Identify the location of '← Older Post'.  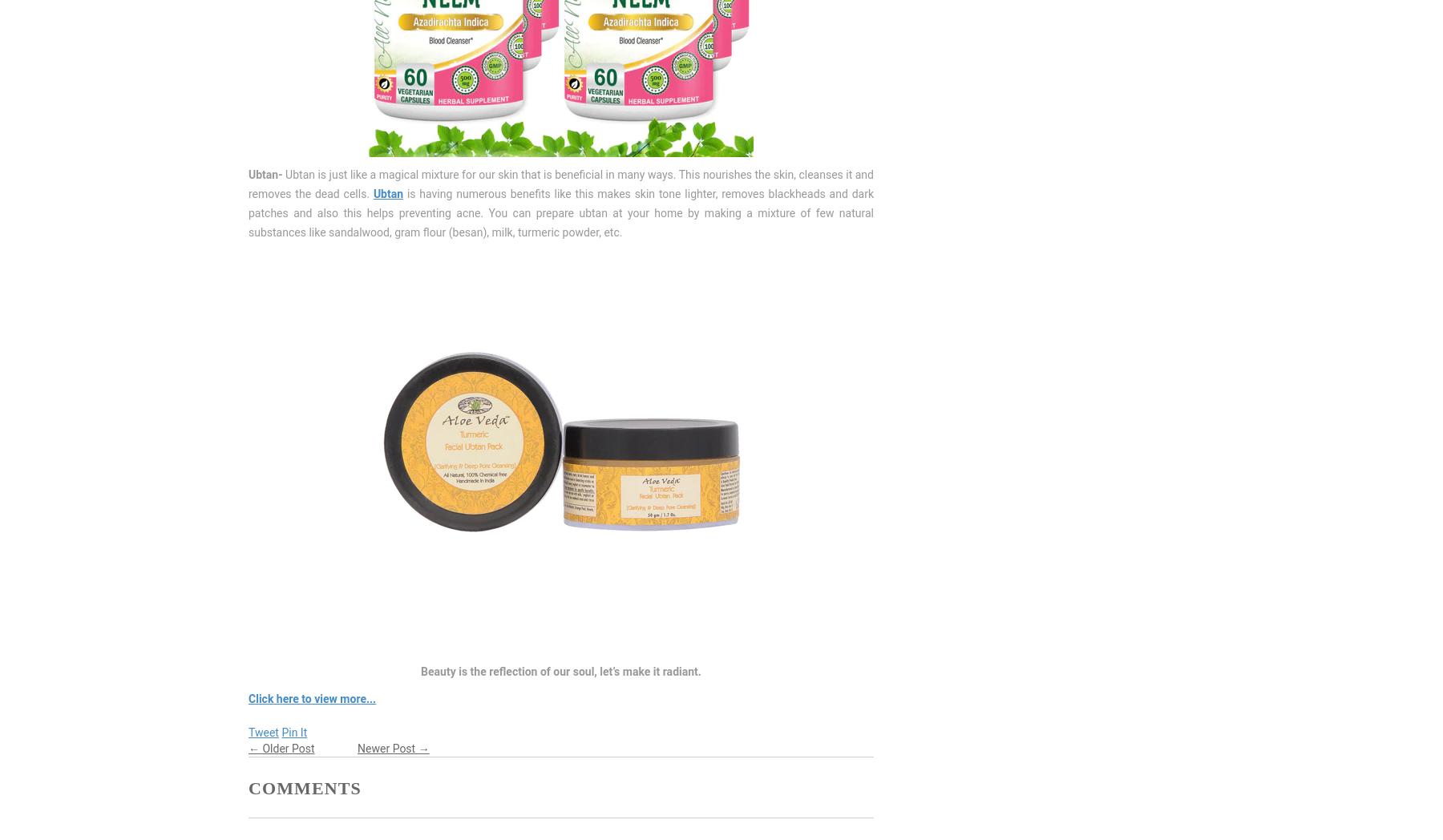
(247, 748).